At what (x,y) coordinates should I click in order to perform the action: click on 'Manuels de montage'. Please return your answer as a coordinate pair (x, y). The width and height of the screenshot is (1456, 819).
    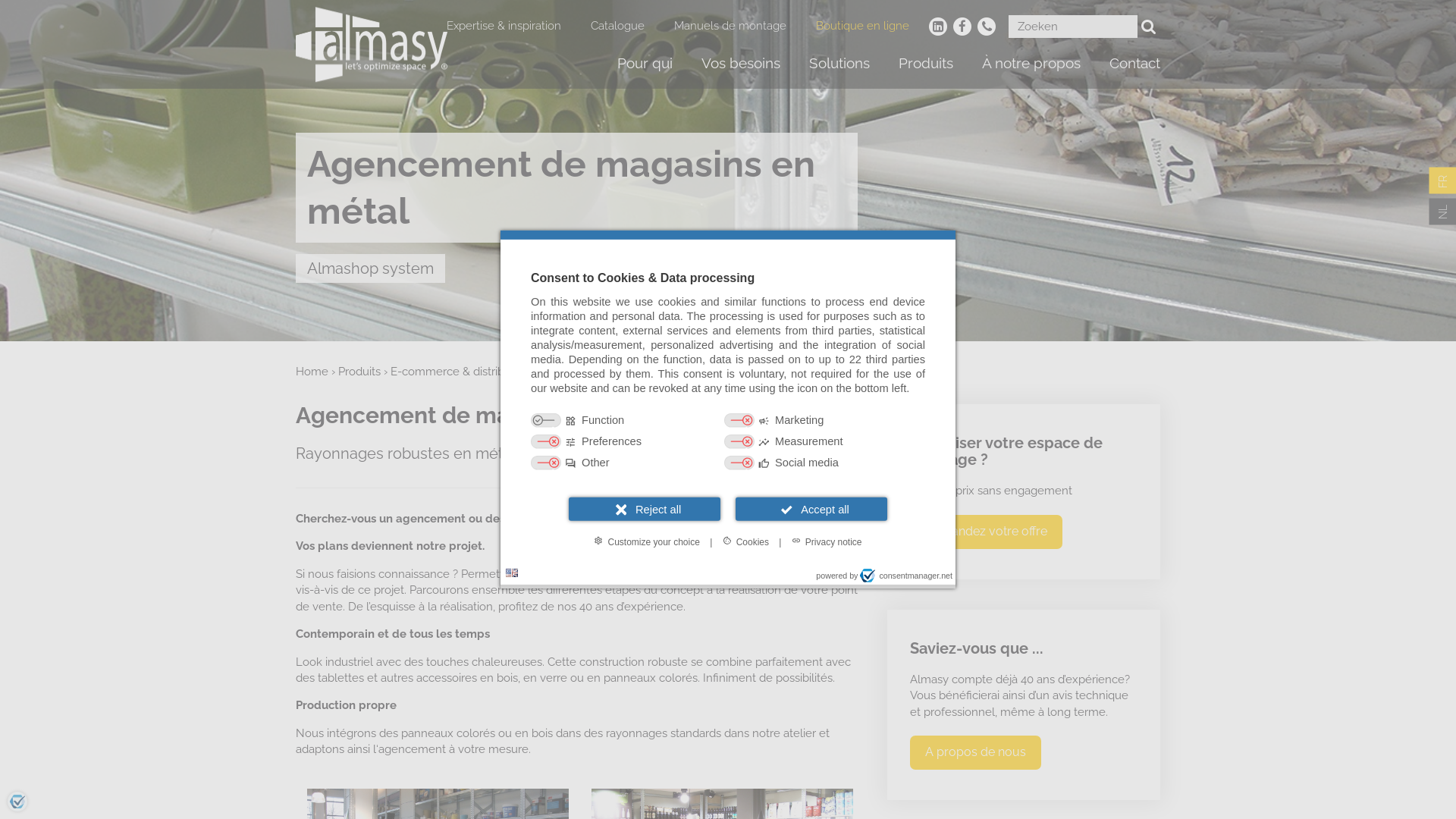
    Looking at the image, I should click on (673, 26).